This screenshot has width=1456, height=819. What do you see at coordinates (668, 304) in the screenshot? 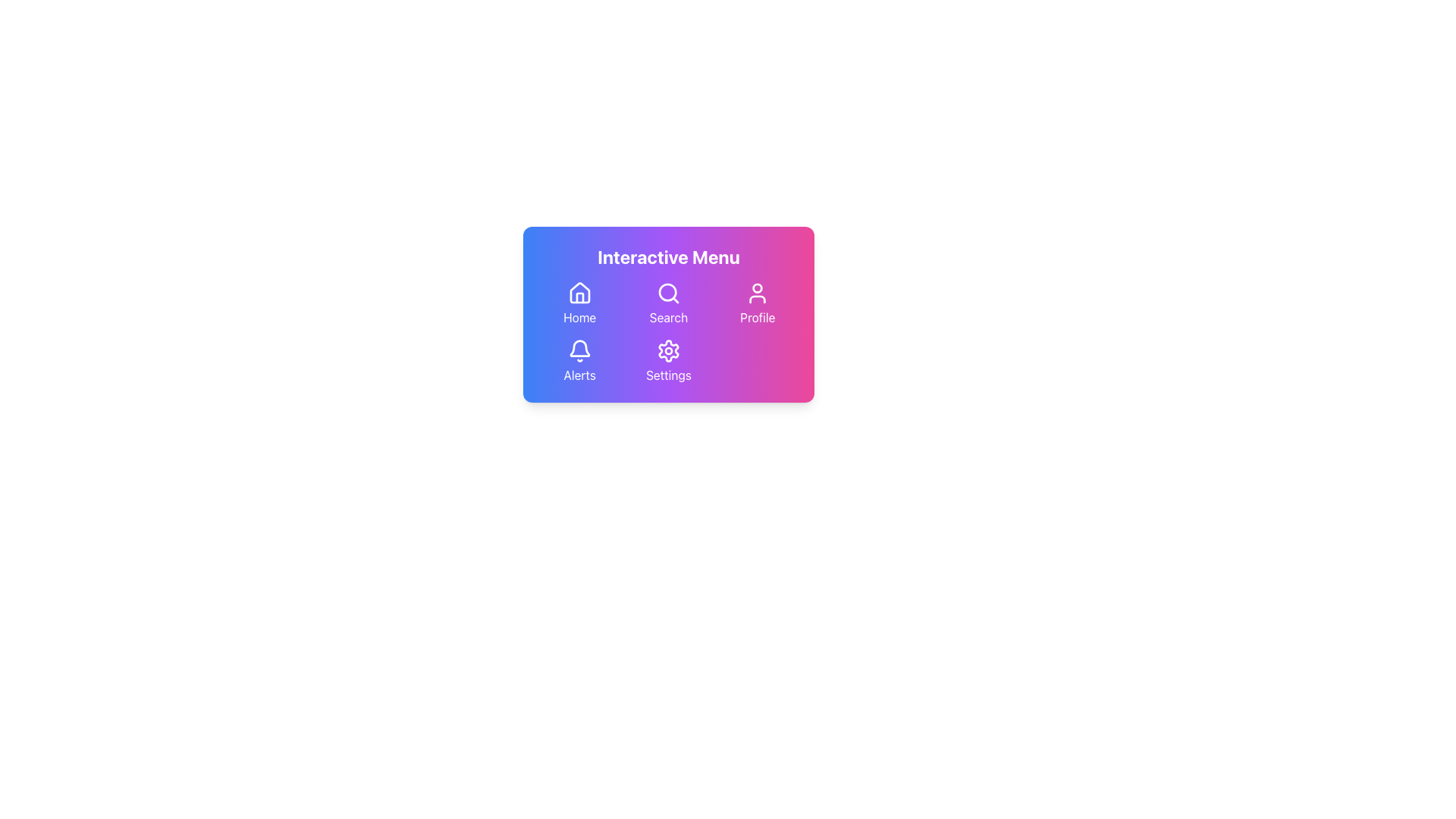
I see `the 'Search' button, which features a magnifying glass icon and is styled in white on a gradient blue to pink background, located in the upper row of the interactive menu` at bounding box center [668, 304].